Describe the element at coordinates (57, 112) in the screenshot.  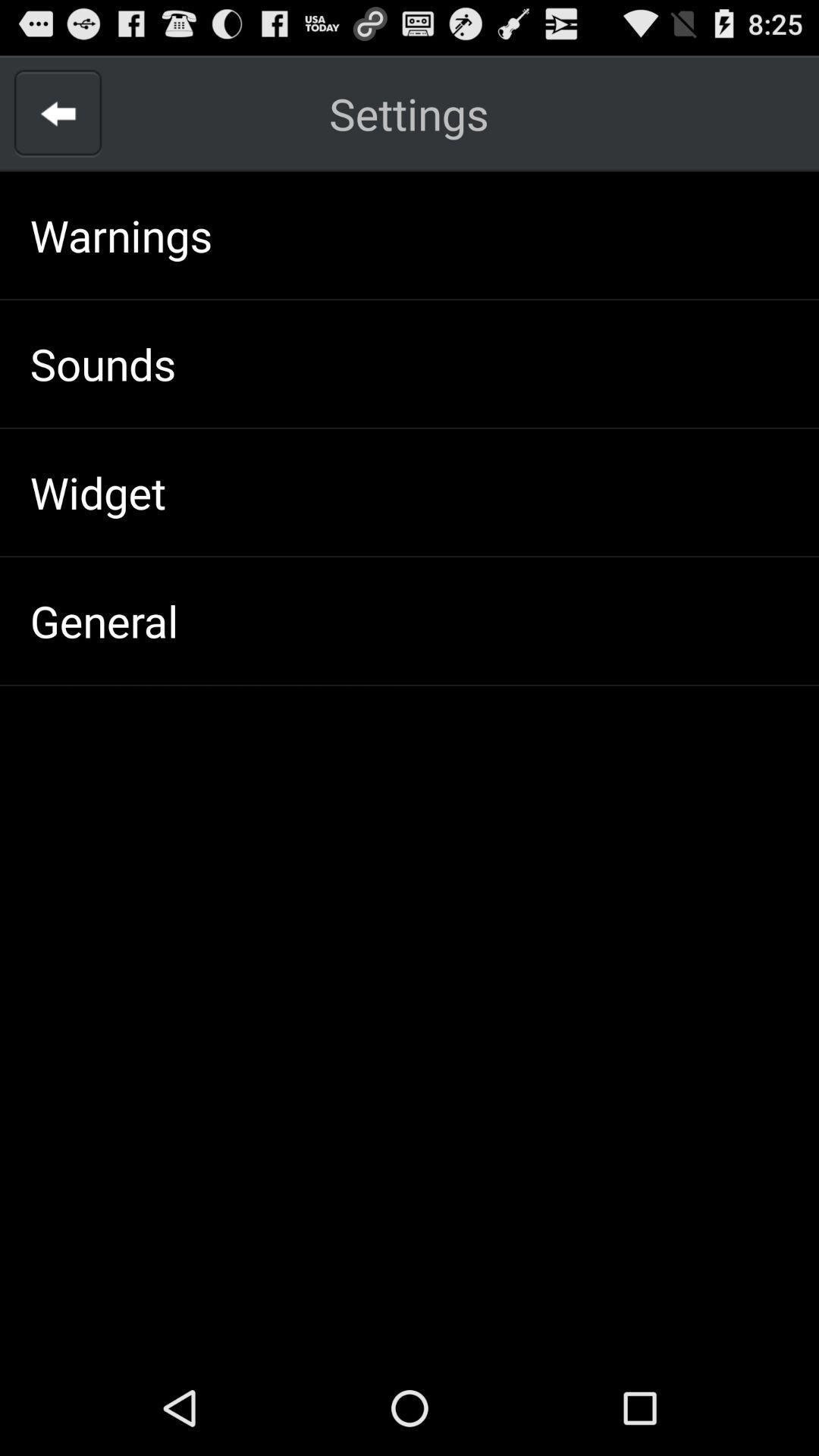
I see `the app next to settings app` at that location.